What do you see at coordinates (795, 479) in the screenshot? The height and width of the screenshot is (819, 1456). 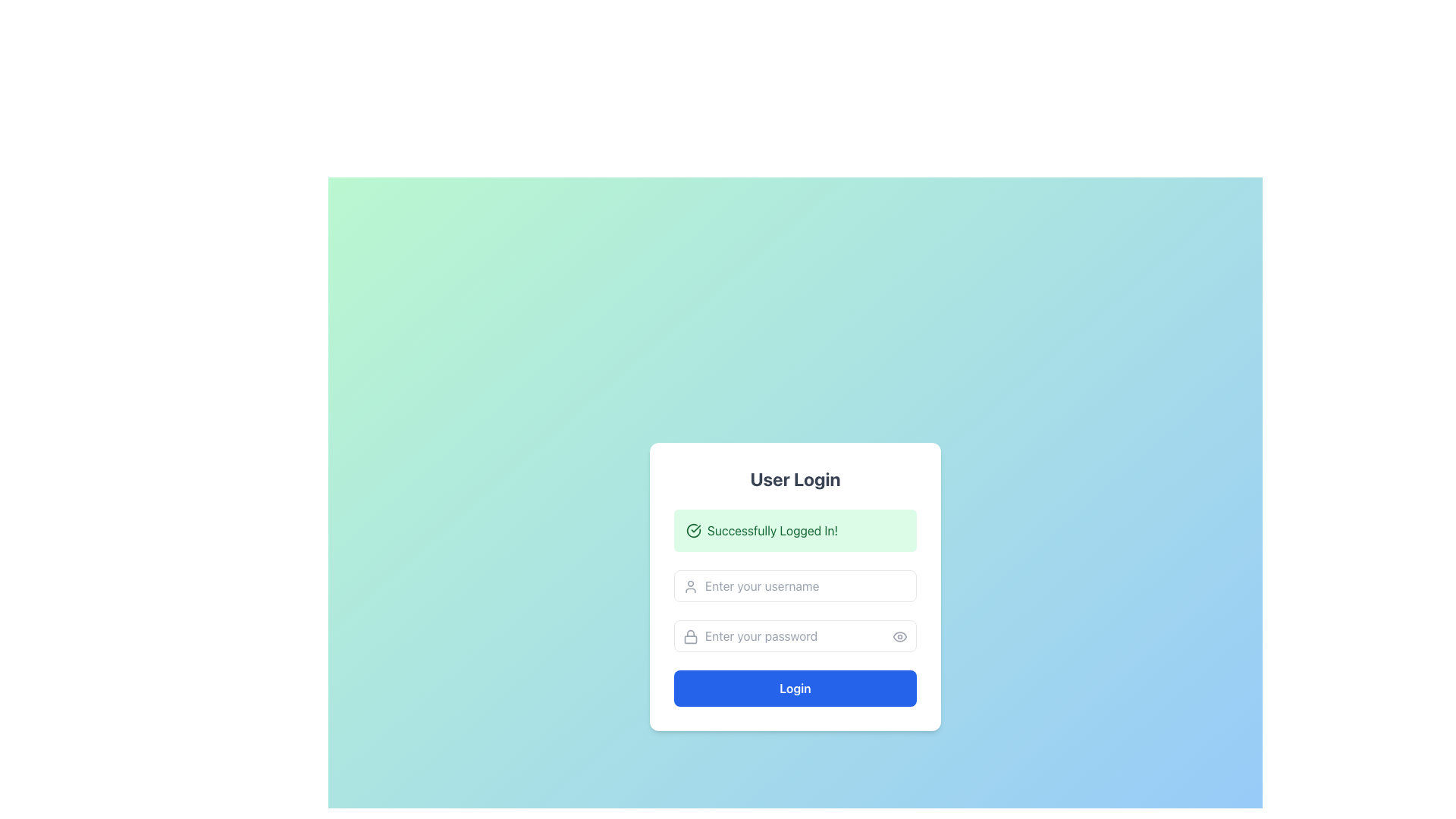 I see `the centered header text 'User Login', which is styled in large, bold gray font on a white background, located at the top of the login panel` at bounding box center [795, 479].